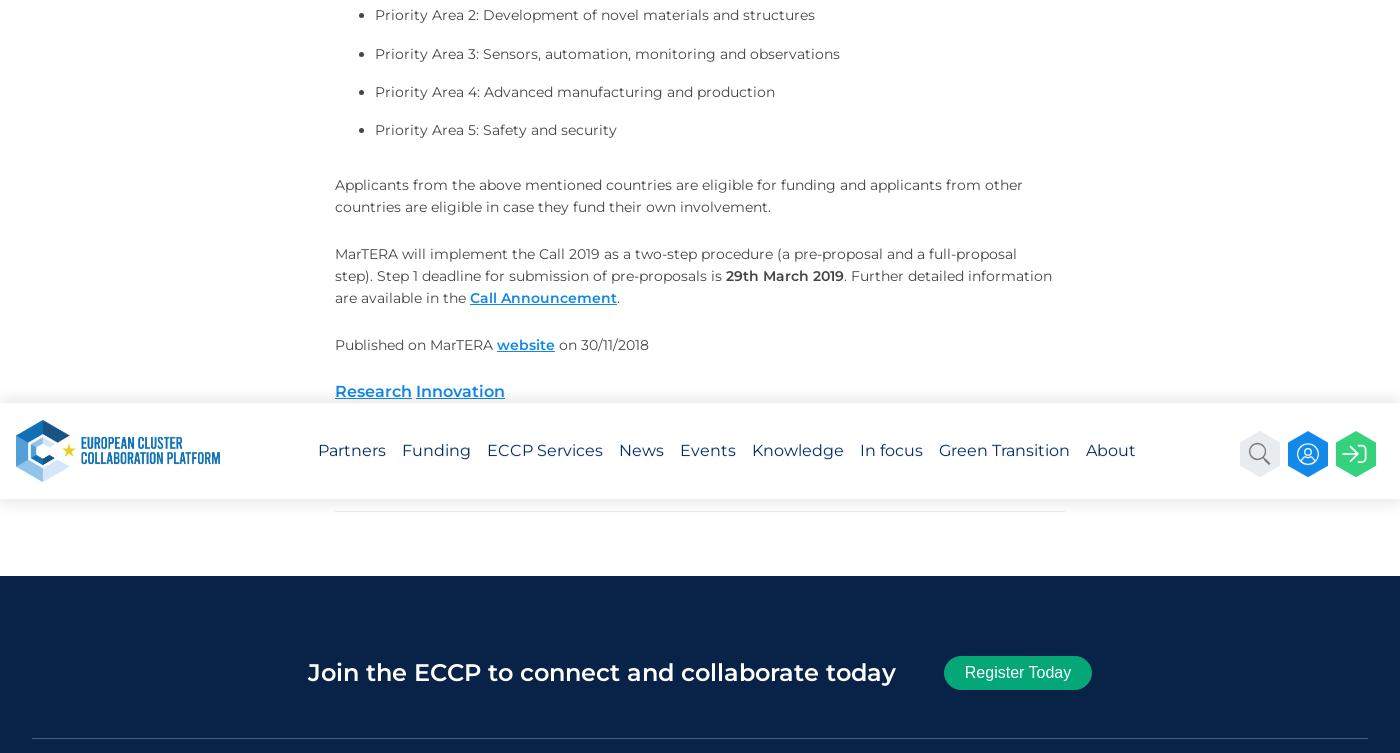  What do you see at coordinates (1079, 79) in the screenshot?
I see `'Creative
Commons Attribution 4.0 International (CC BY 4.0) licence.'` at bounding box center [1079, 79].